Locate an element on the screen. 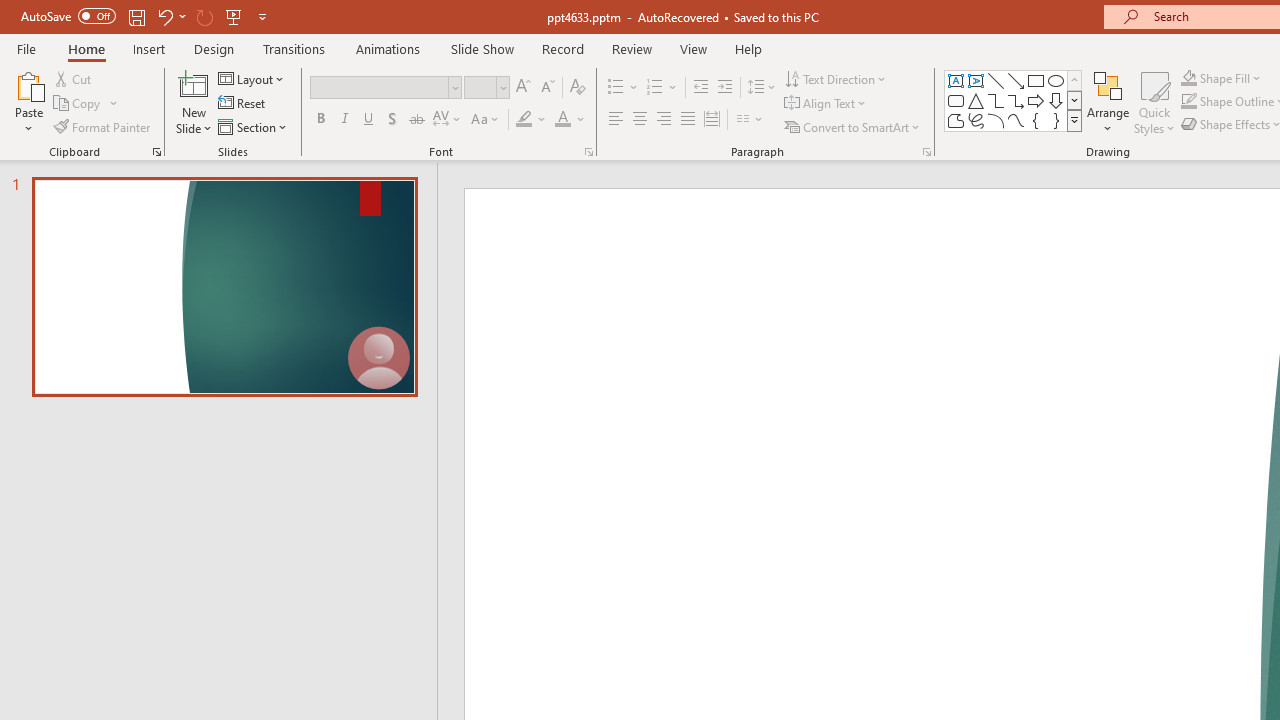  'Cut' is located at coordinates (74, 78).